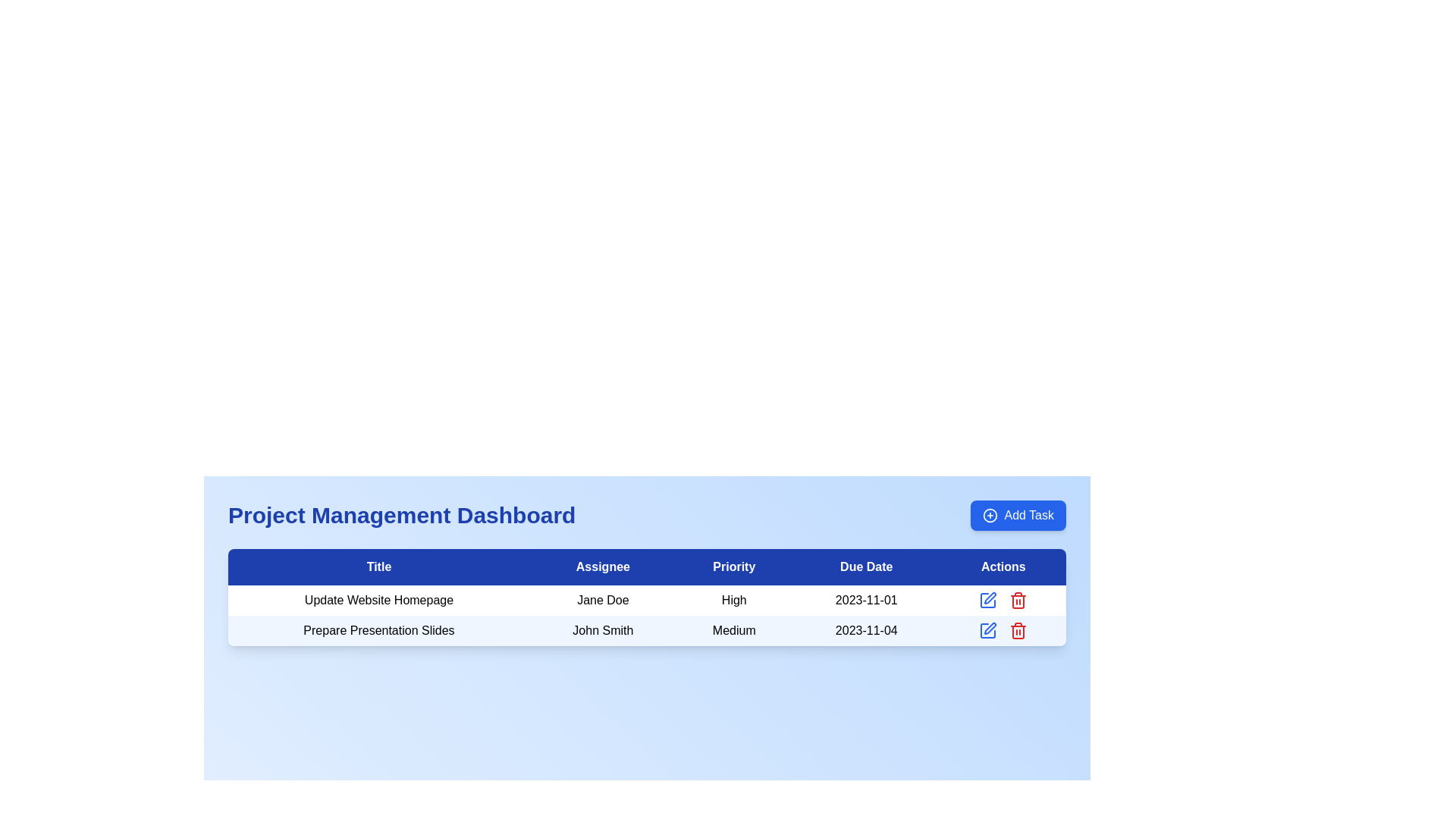  I want to click on the red trash bin icon located in the action hub of the second row under the 'Actions' column in the 'Project Management Dashboard', so click(1003, 631).